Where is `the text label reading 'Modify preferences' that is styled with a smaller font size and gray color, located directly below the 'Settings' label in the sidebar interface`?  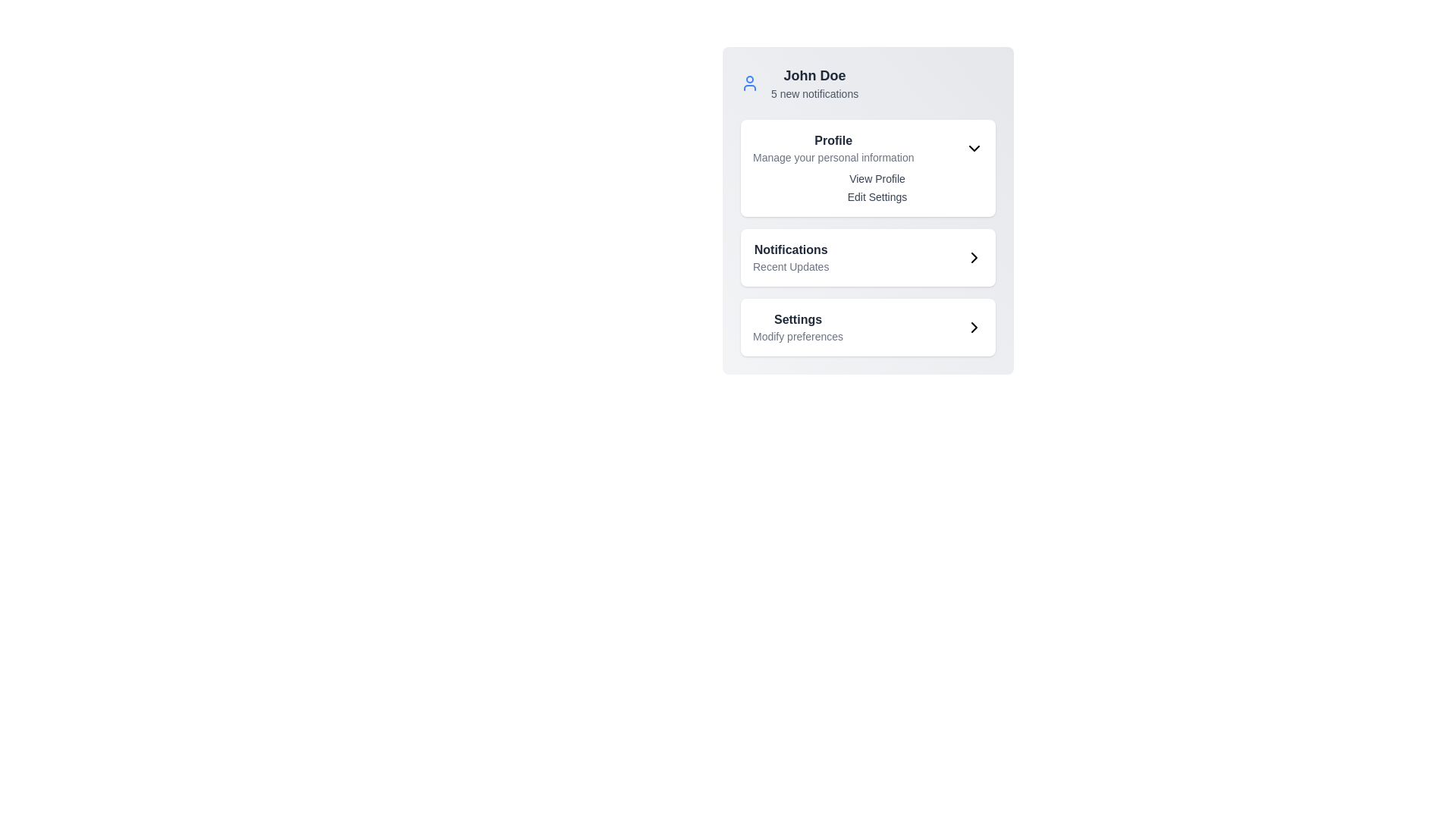 the text label reading 'Modify preferences' that is styled with a smaller font size and gray color, located directly below the 'Settings' label in the sidebar interface is located at coordinates (797, 335).